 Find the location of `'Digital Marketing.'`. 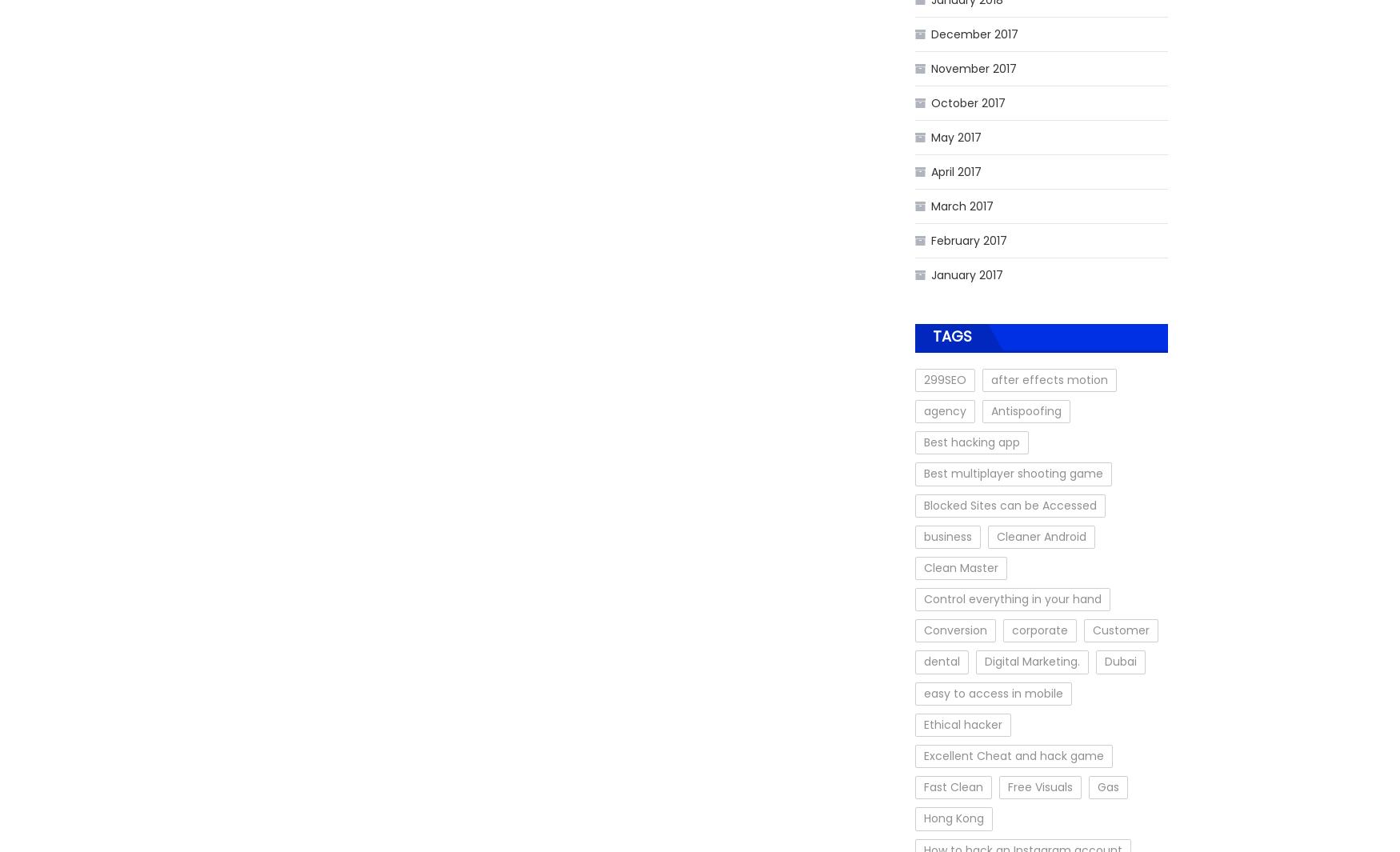

'Digital Marketing.' is located at coordinates (984, 661).